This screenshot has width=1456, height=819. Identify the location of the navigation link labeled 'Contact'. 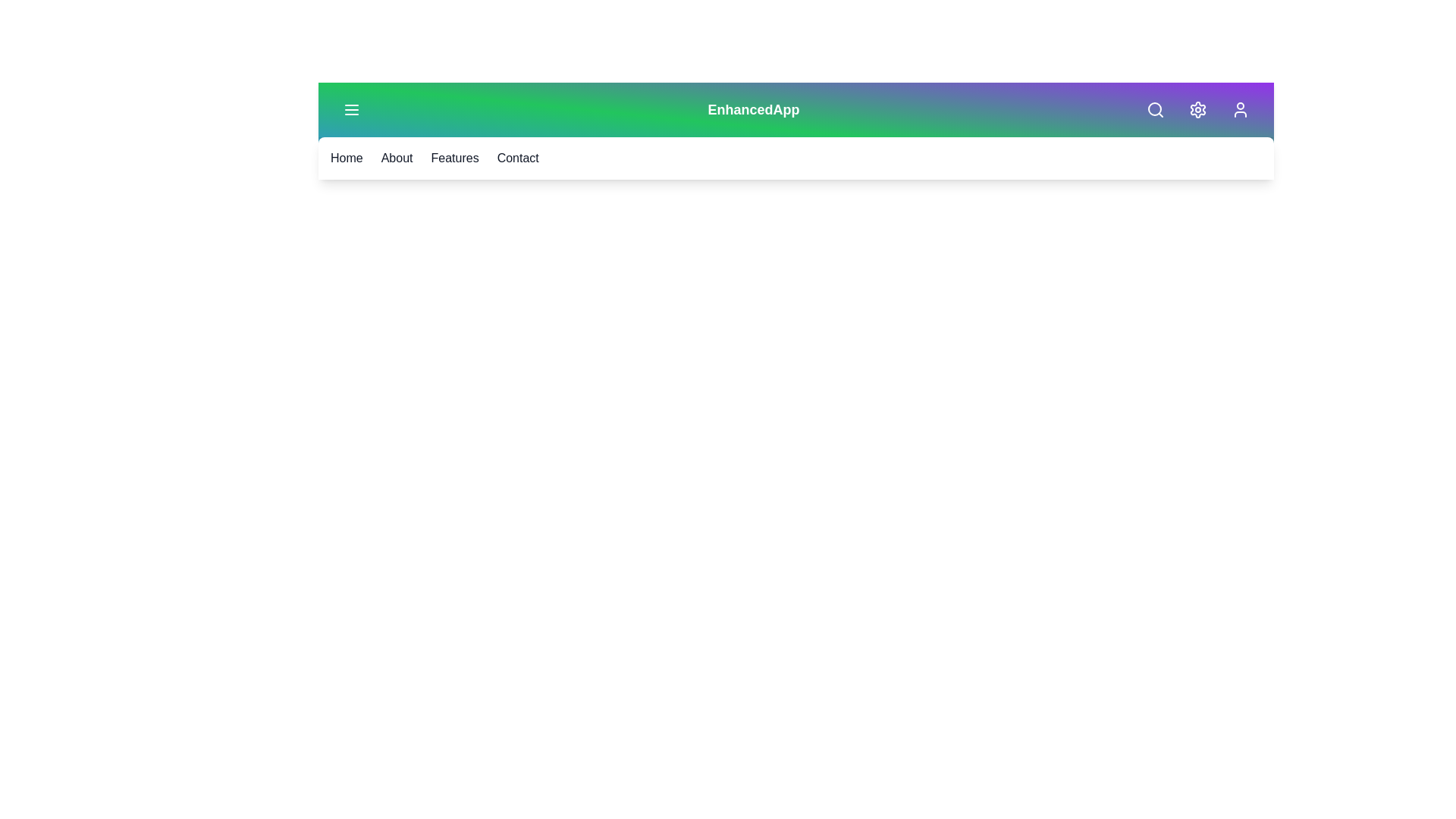
(517, 158).